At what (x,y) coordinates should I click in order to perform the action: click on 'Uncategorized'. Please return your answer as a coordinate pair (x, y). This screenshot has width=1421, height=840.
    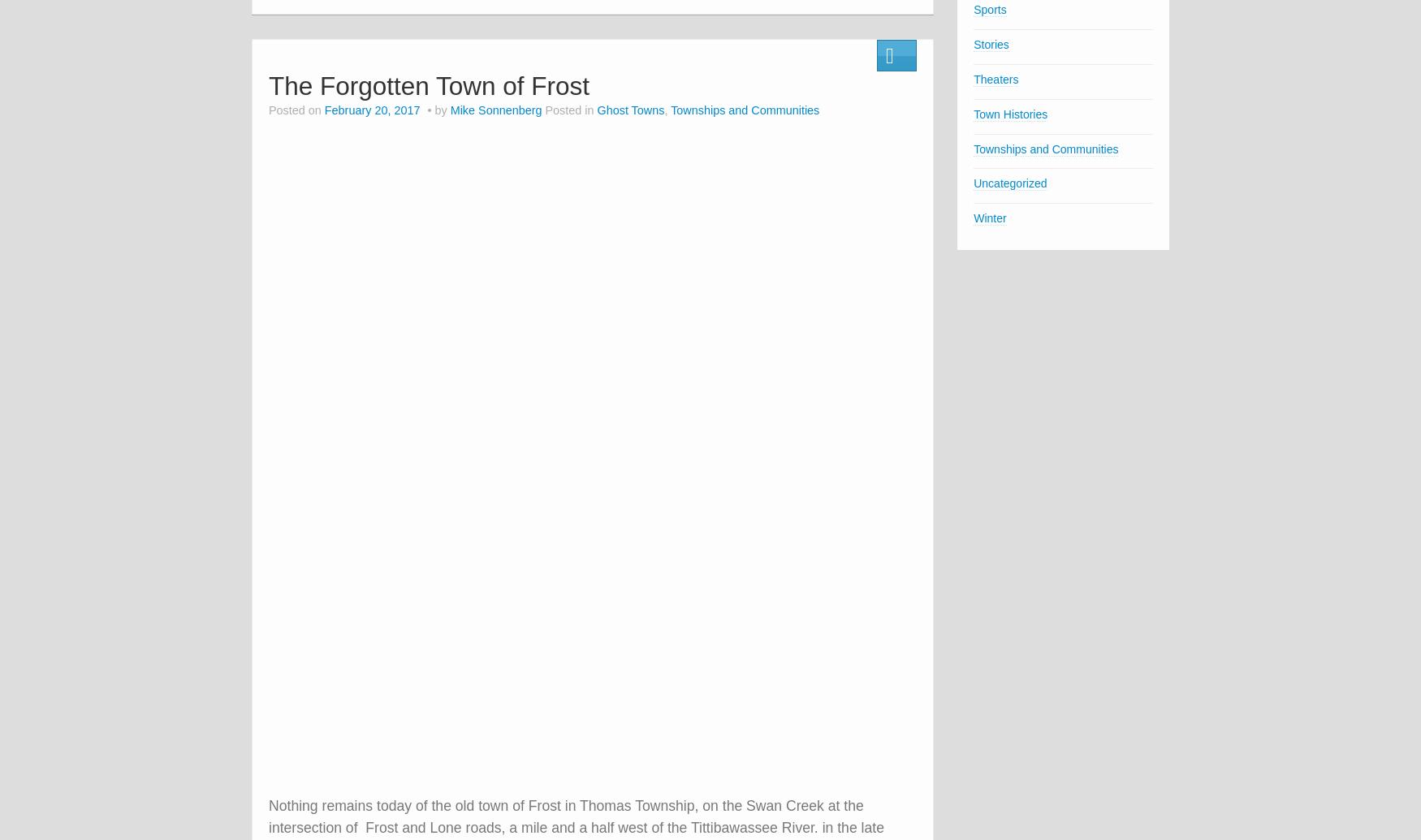
    Looking at the image, I should click on (1010, 183).